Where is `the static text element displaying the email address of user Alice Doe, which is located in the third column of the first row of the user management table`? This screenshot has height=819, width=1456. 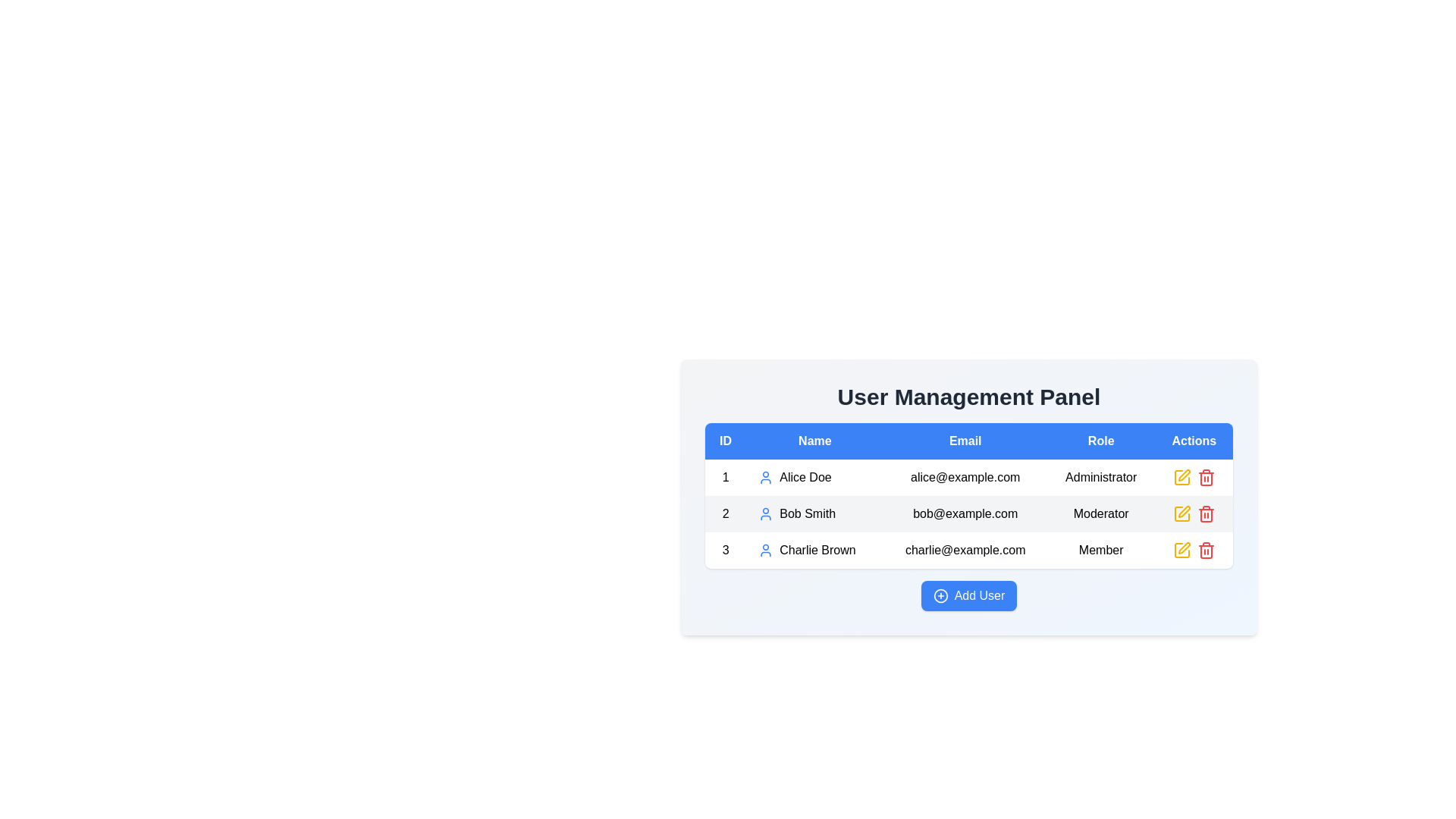 the static text element displaying the email address of user Alice Doe, which is located in the third column of the first row of the user management table is located at coordinates (965, 476).